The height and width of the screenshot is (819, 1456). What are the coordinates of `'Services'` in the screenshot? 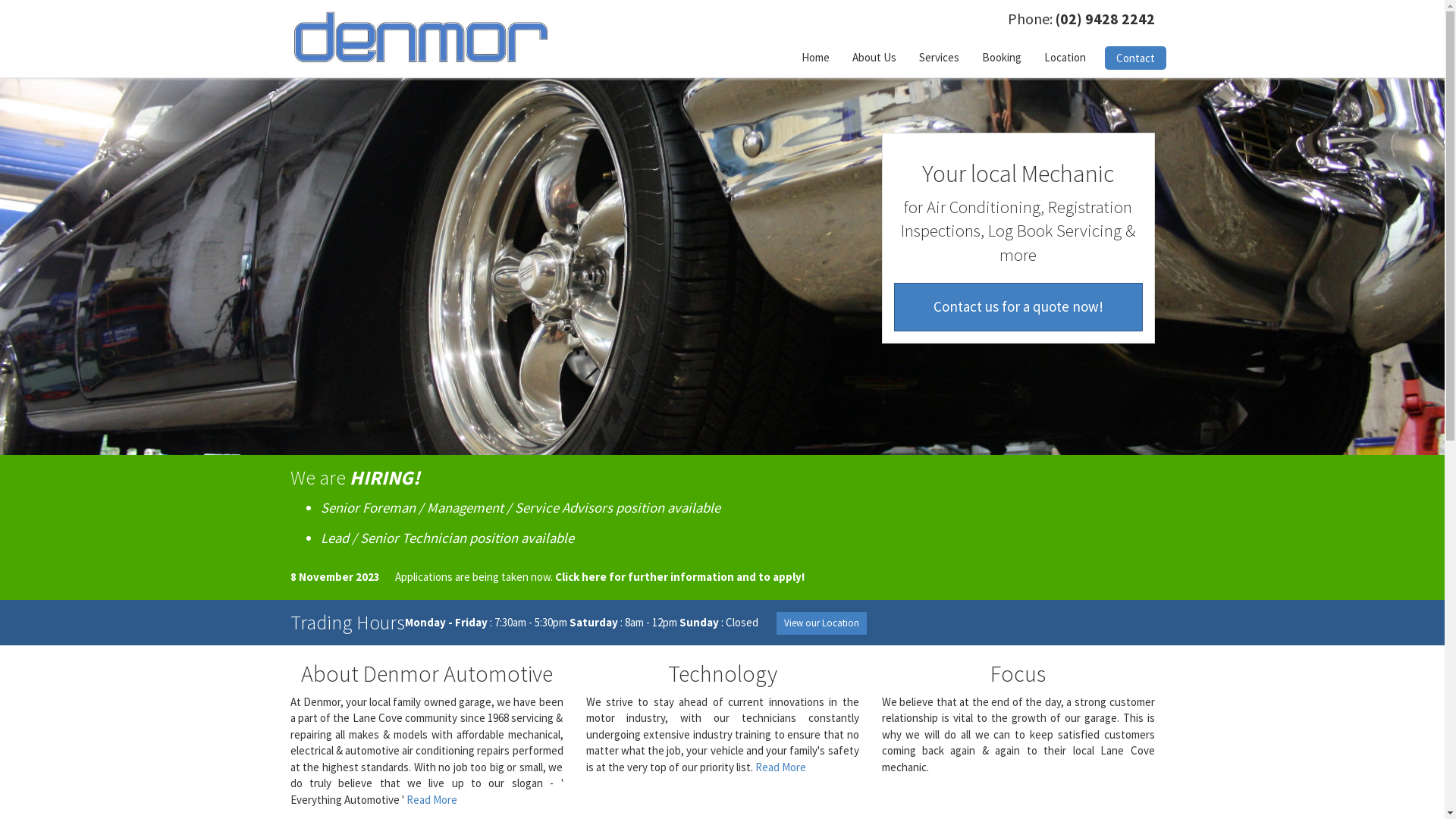 It's located at (937, 57).